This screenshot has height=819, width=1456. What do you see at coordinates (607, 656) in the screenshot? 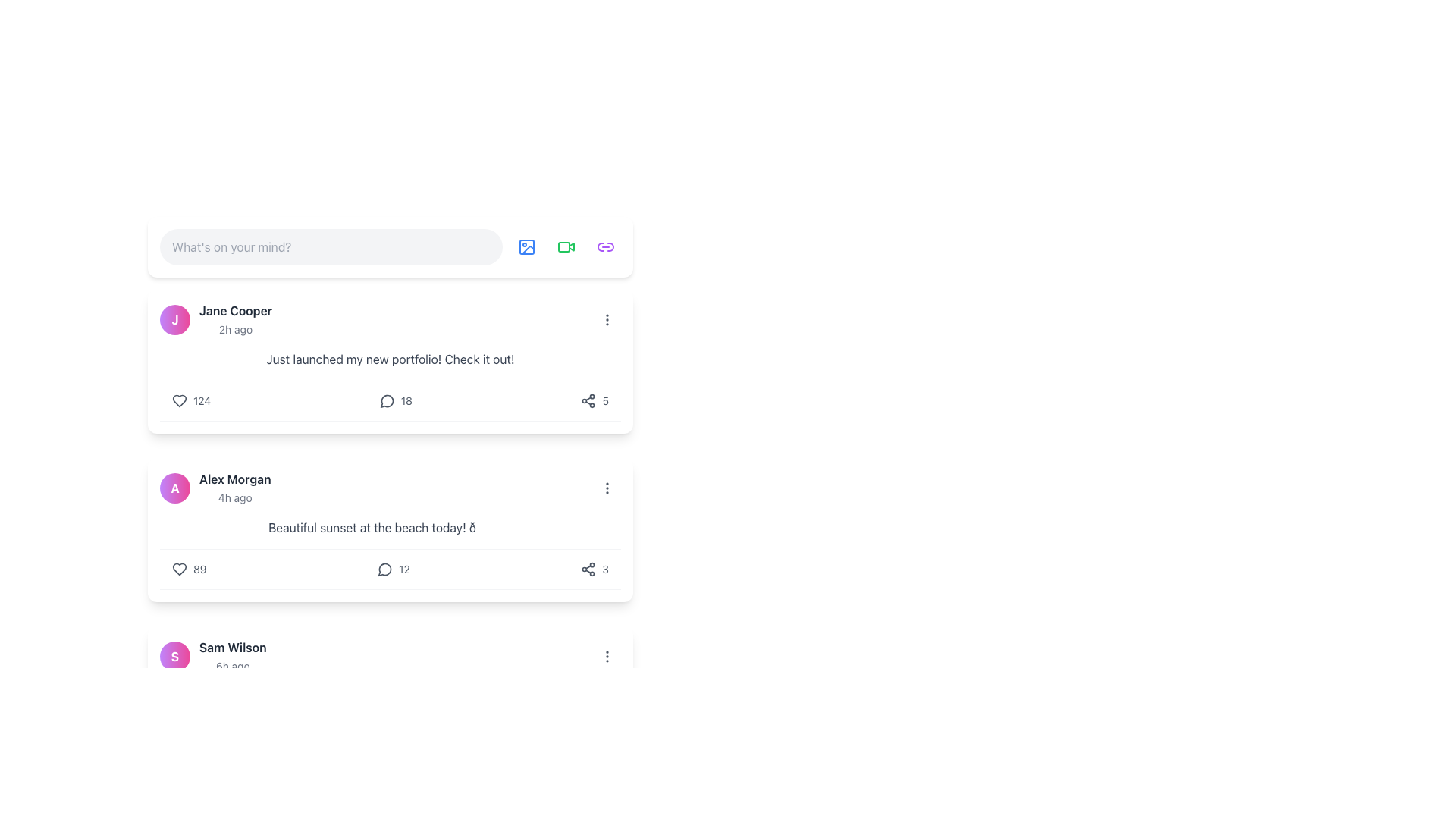
I see `the button styled as a circle with a gray hover effect containing a vertical ellipsis icon, located at the bottom-right corner of the card for user 'Sam Wilson', to activate the hover effect` at bounding box center [607, 656].